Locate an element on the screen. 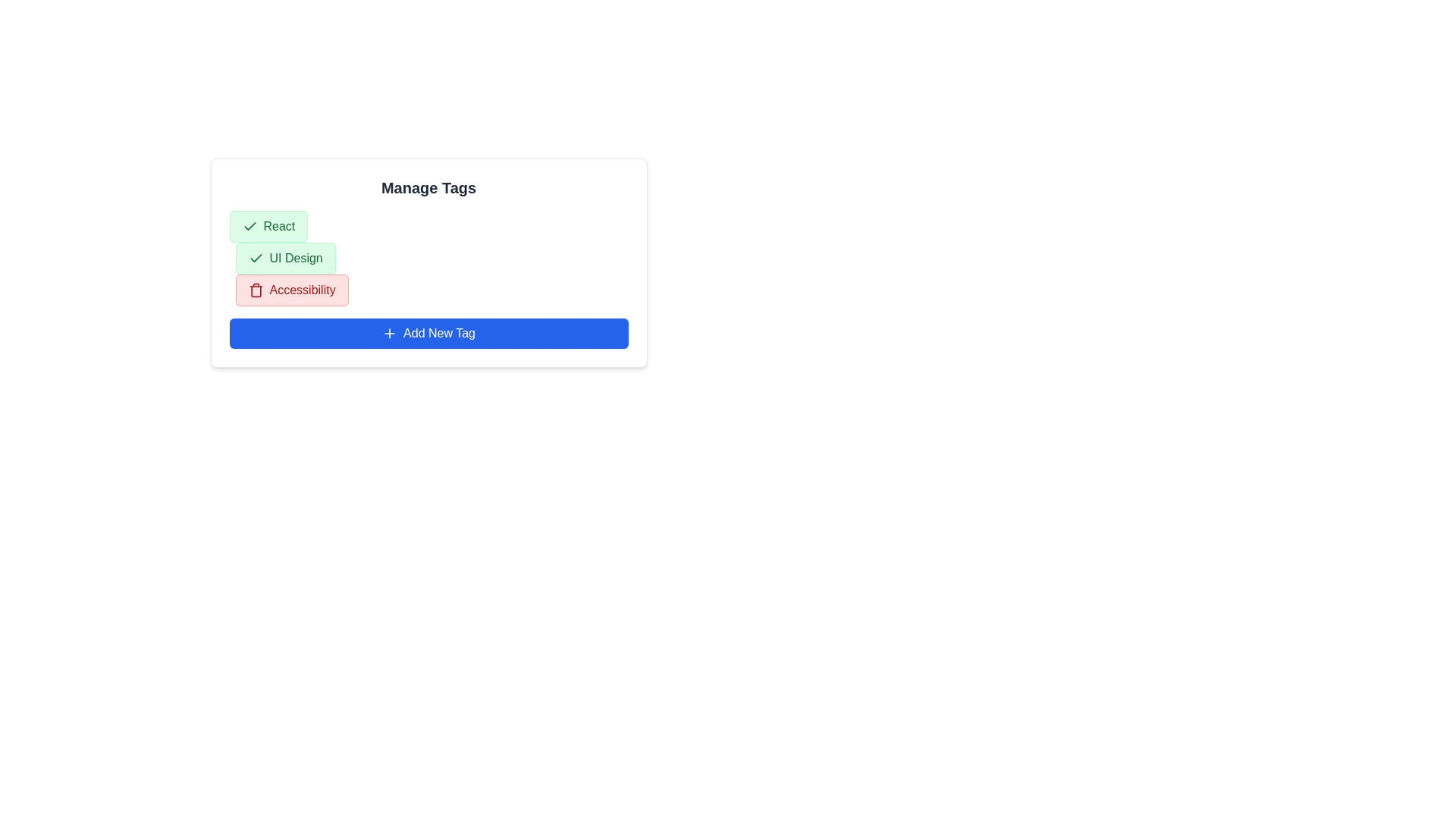 This screenshot has height=819, width=1456. the small green check icon that is part of the 'React' tag in the vertical list of tags is located at coordinates (249, 227).